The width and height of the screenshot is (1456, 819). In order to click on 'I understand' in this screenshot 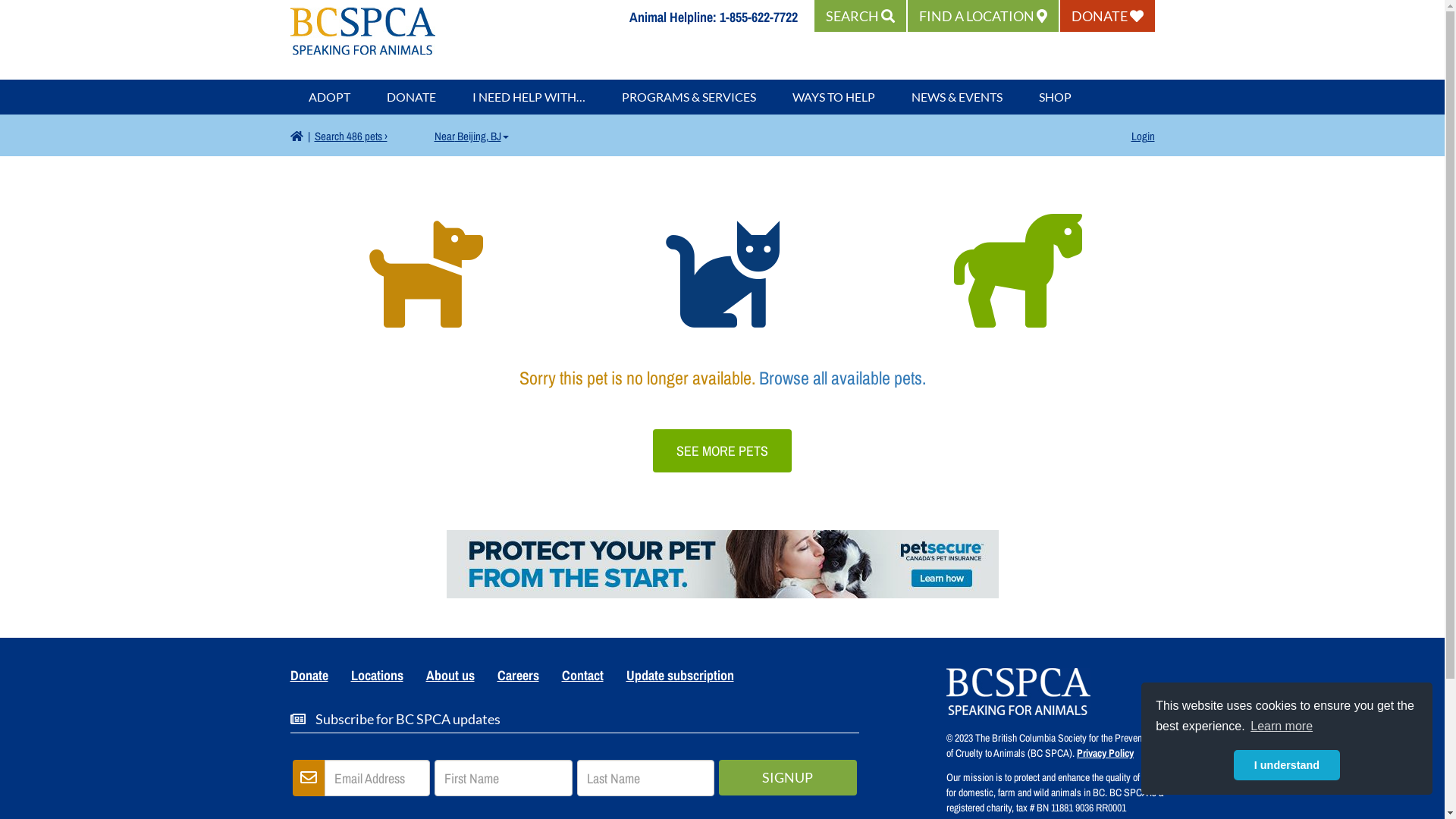, I will do `click(1234, 765)`.